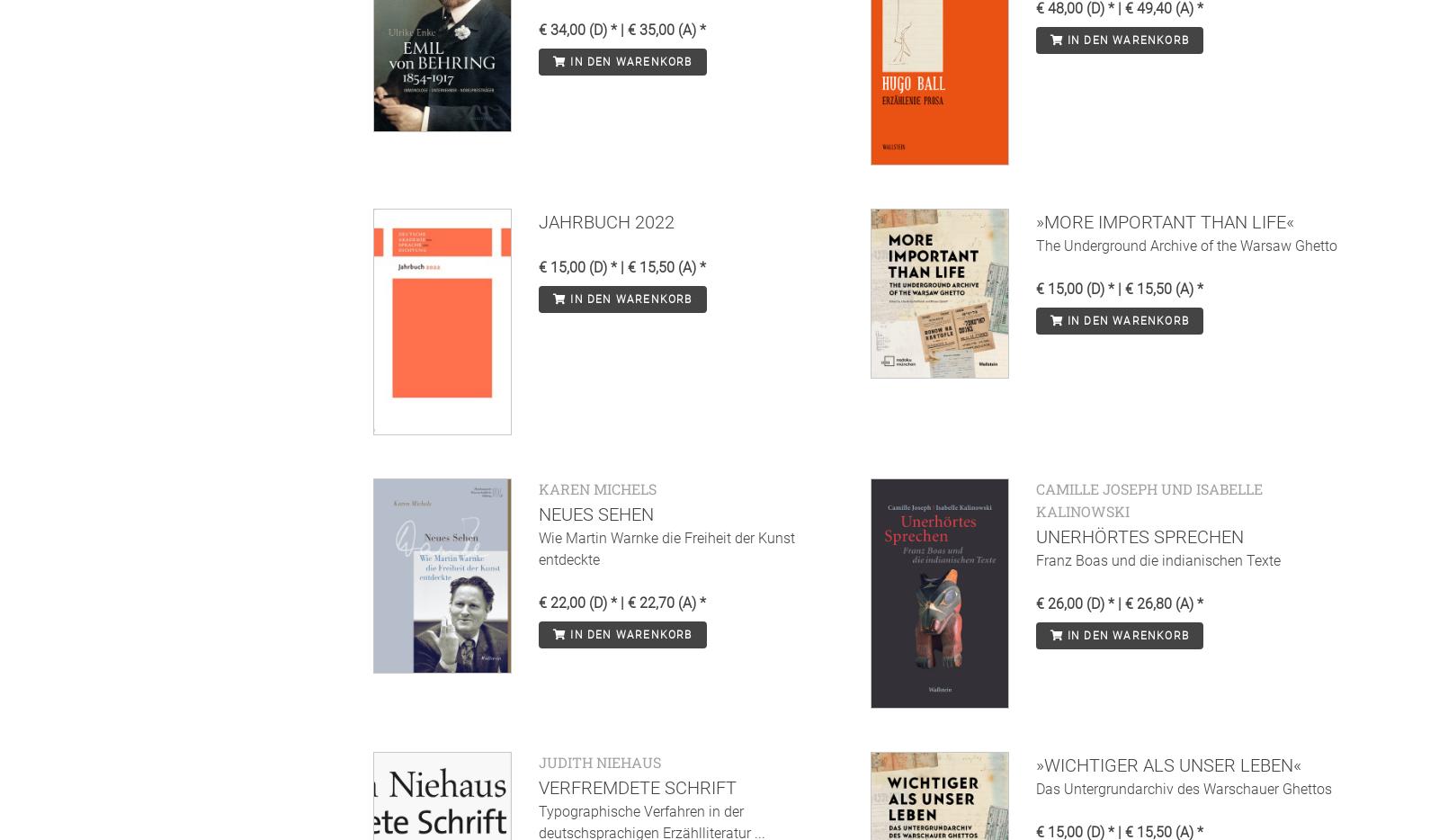 Image resolution: width=1439 pixels, height=840 pixels. Describe the element at coordinates (538, 601) in the screenshot. I see `'€ 22,00 (D) * | € 22,70 (A) *'` at that location.